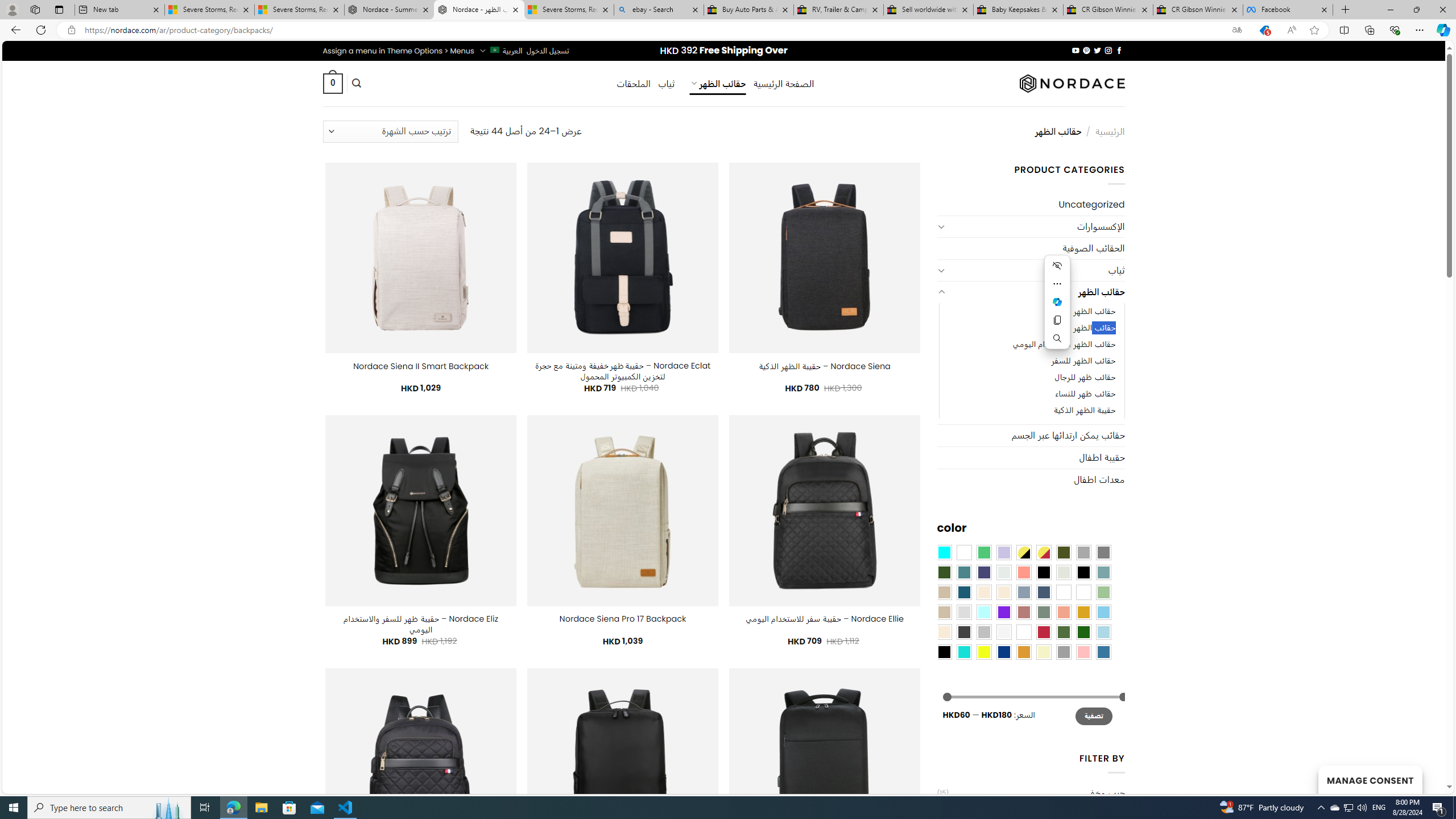  I want to click on 'Follow on Facebook', so click(1118, 50).